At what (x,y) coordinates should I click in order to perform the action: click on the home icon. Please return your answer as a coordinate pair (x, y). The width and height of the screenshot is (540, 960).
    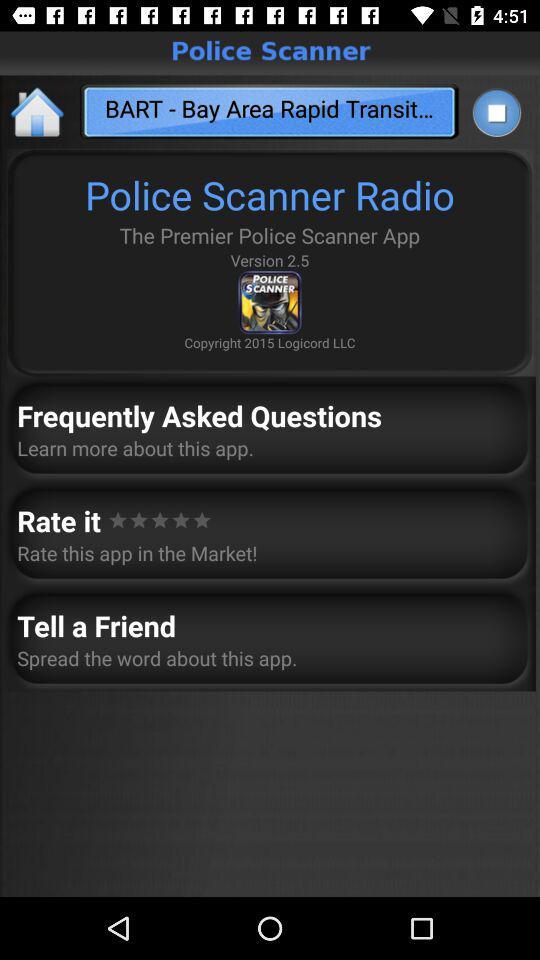
    Looking at the image, I should click on (38, 111).